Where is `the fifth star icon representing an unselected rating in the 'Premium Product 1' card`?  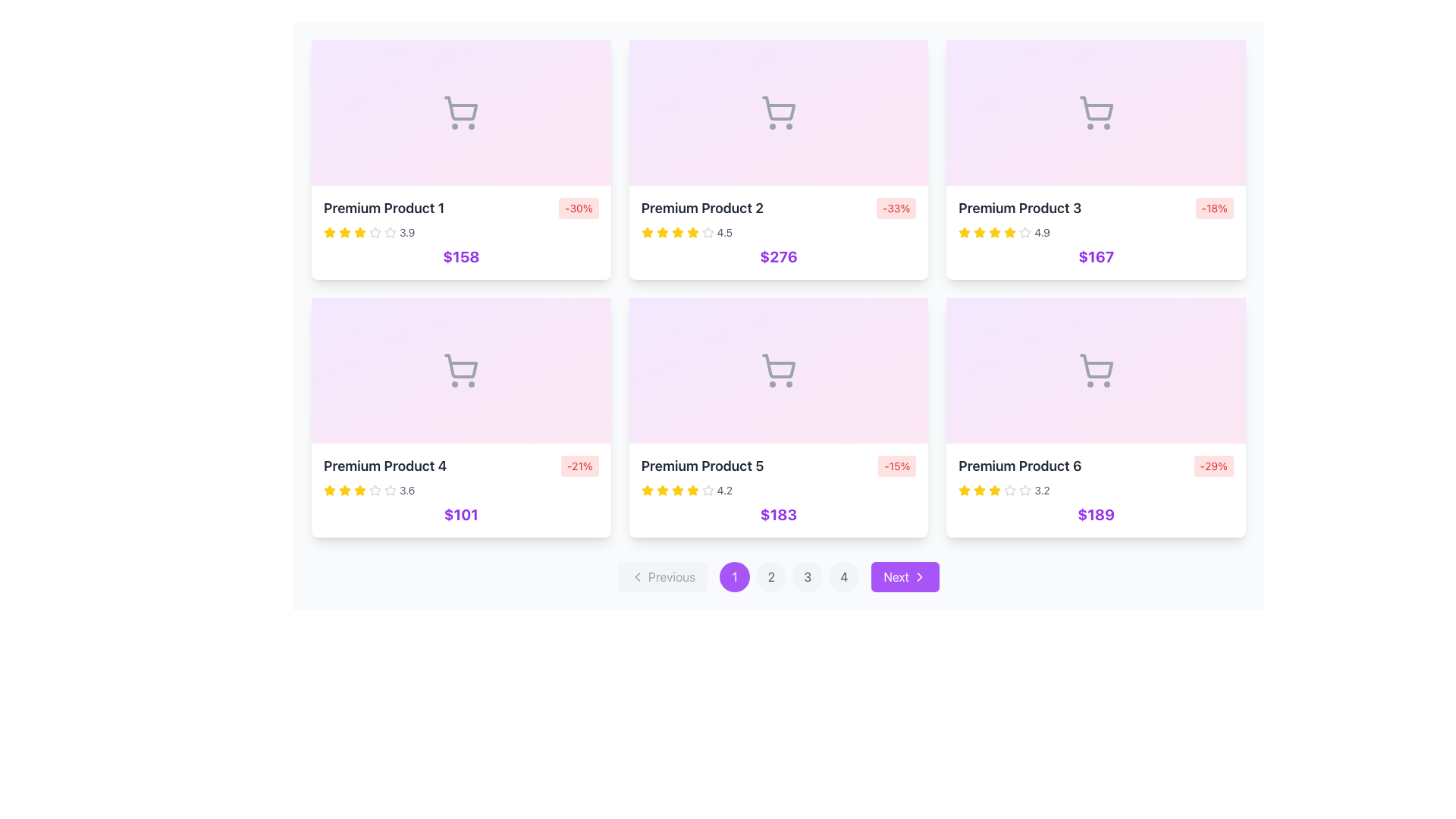
the fifth star icon representing an unselected rating in the 'Premium Product 1' card is located at coordinates (375, 233).